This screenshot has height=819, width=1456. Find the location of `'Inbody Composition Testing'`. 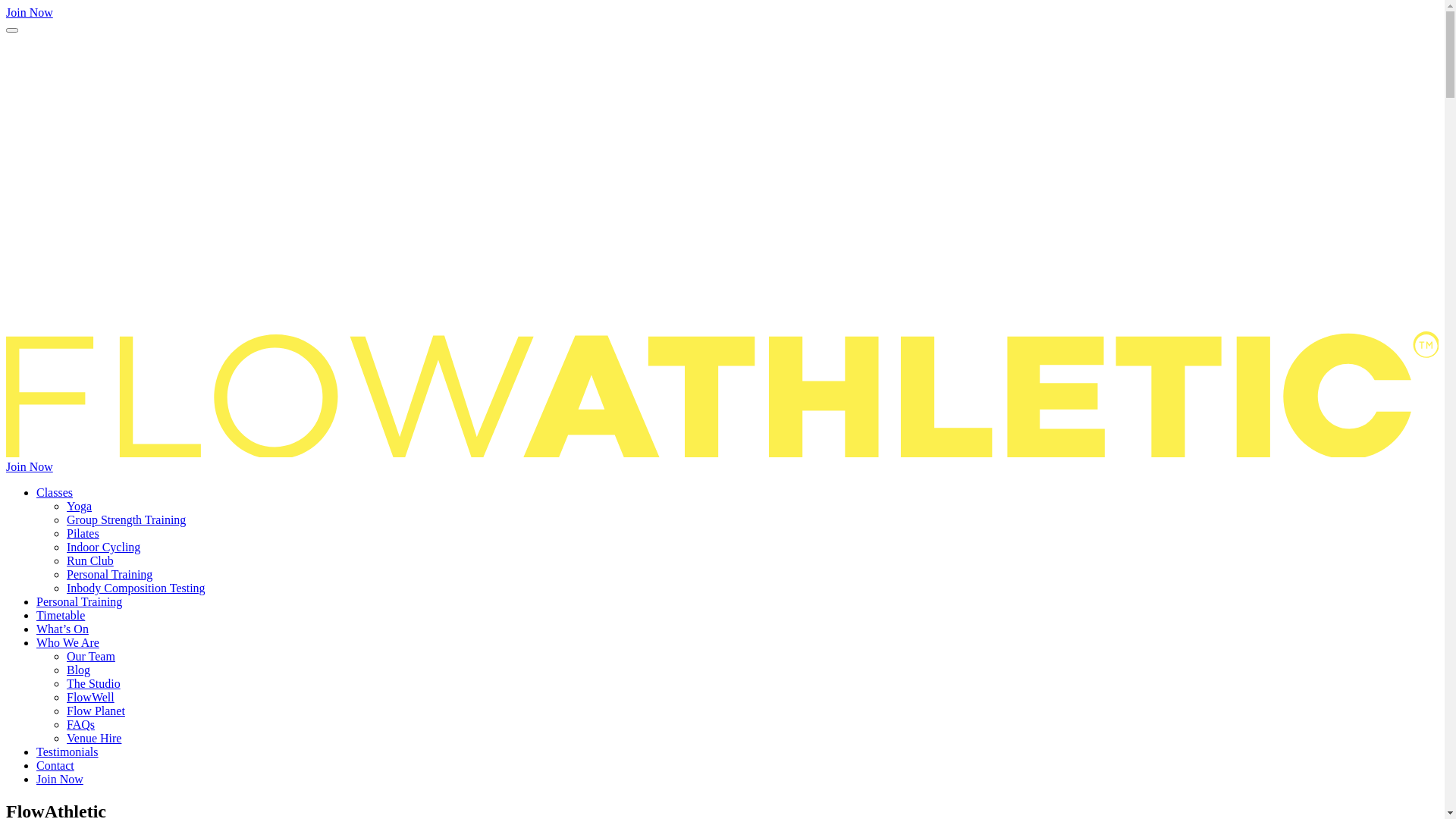

'Inbody Composition Testing' is located at coordinates (136, 587).